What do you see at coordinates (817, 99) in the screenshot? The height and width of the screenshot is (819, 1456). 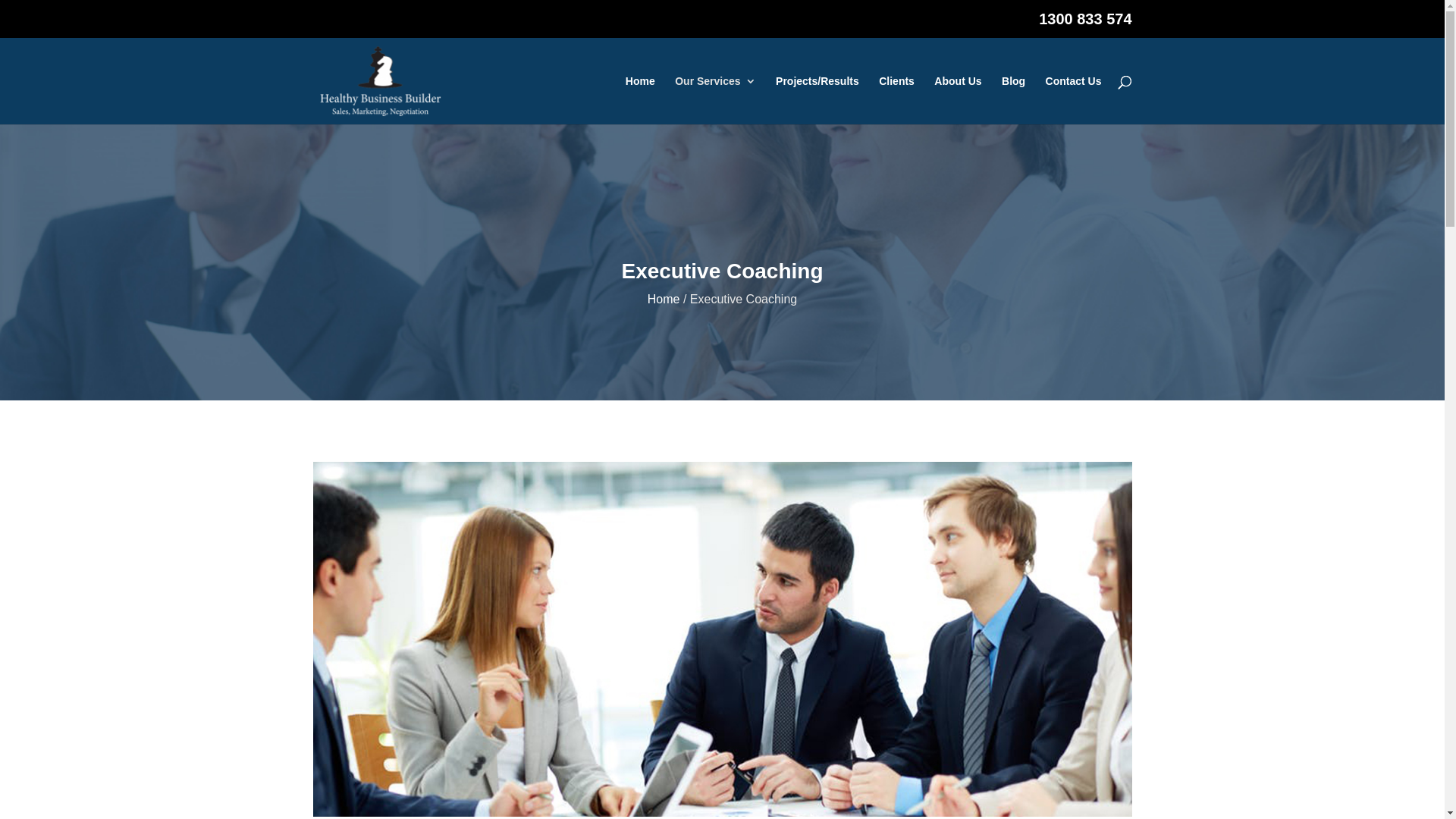 I see `'Projects/Results'` at bounding box center [817, 99].